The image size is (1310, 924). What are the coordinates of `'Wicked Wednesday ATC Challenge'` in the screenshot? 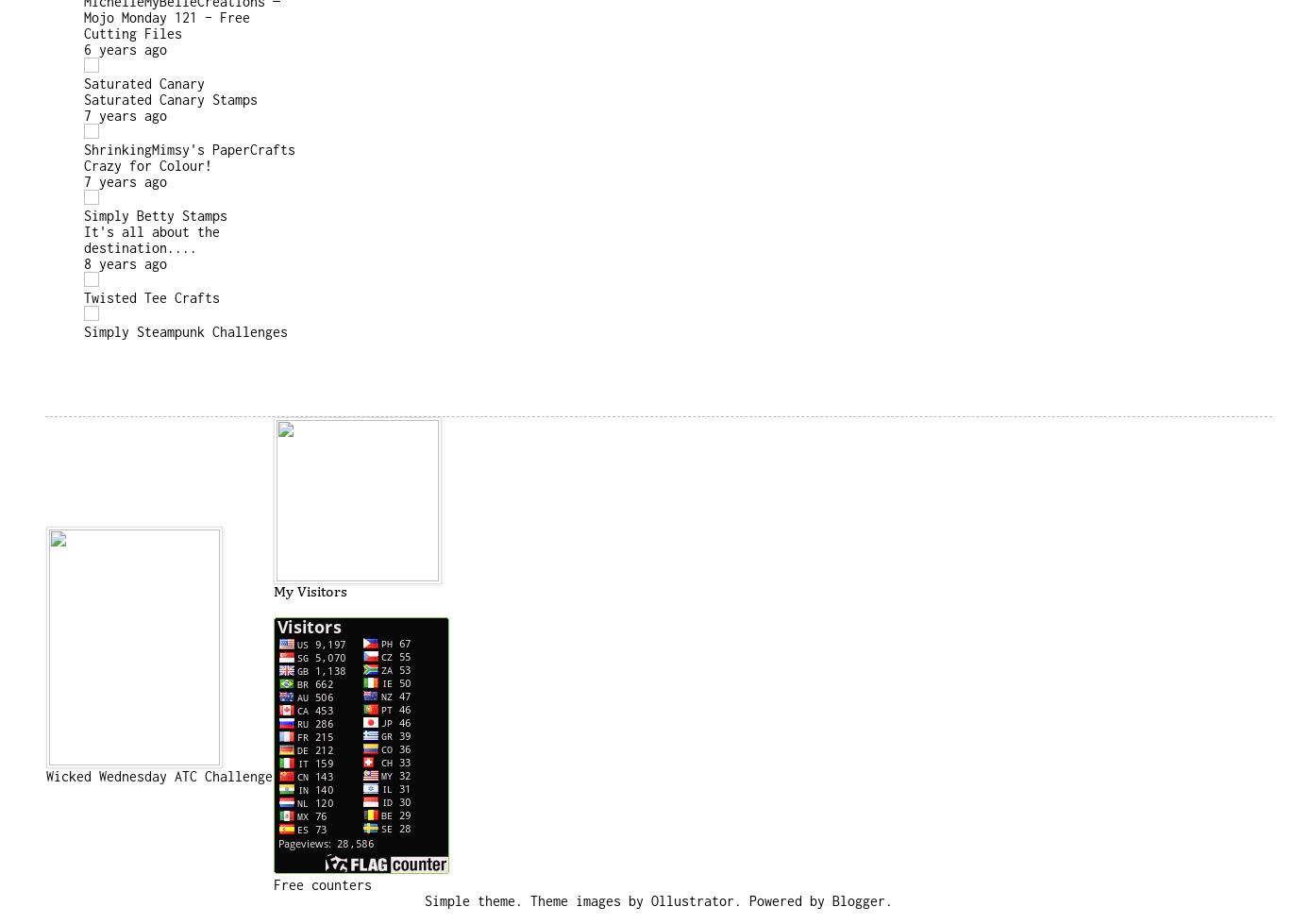 It's located at (160, 774).